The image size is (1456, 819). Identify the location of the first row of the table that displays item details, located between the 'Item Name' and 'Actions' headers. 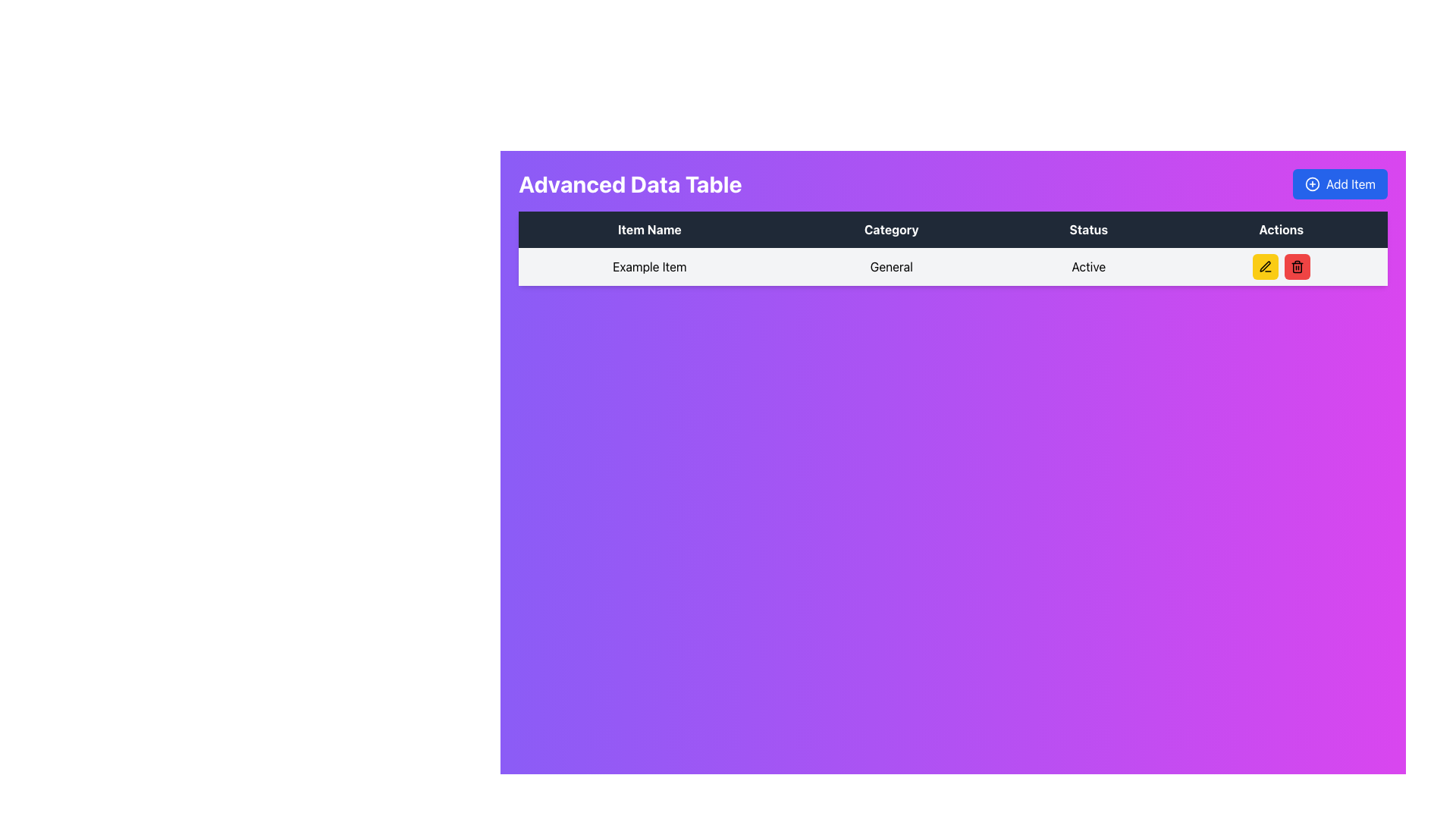
(952, 265).